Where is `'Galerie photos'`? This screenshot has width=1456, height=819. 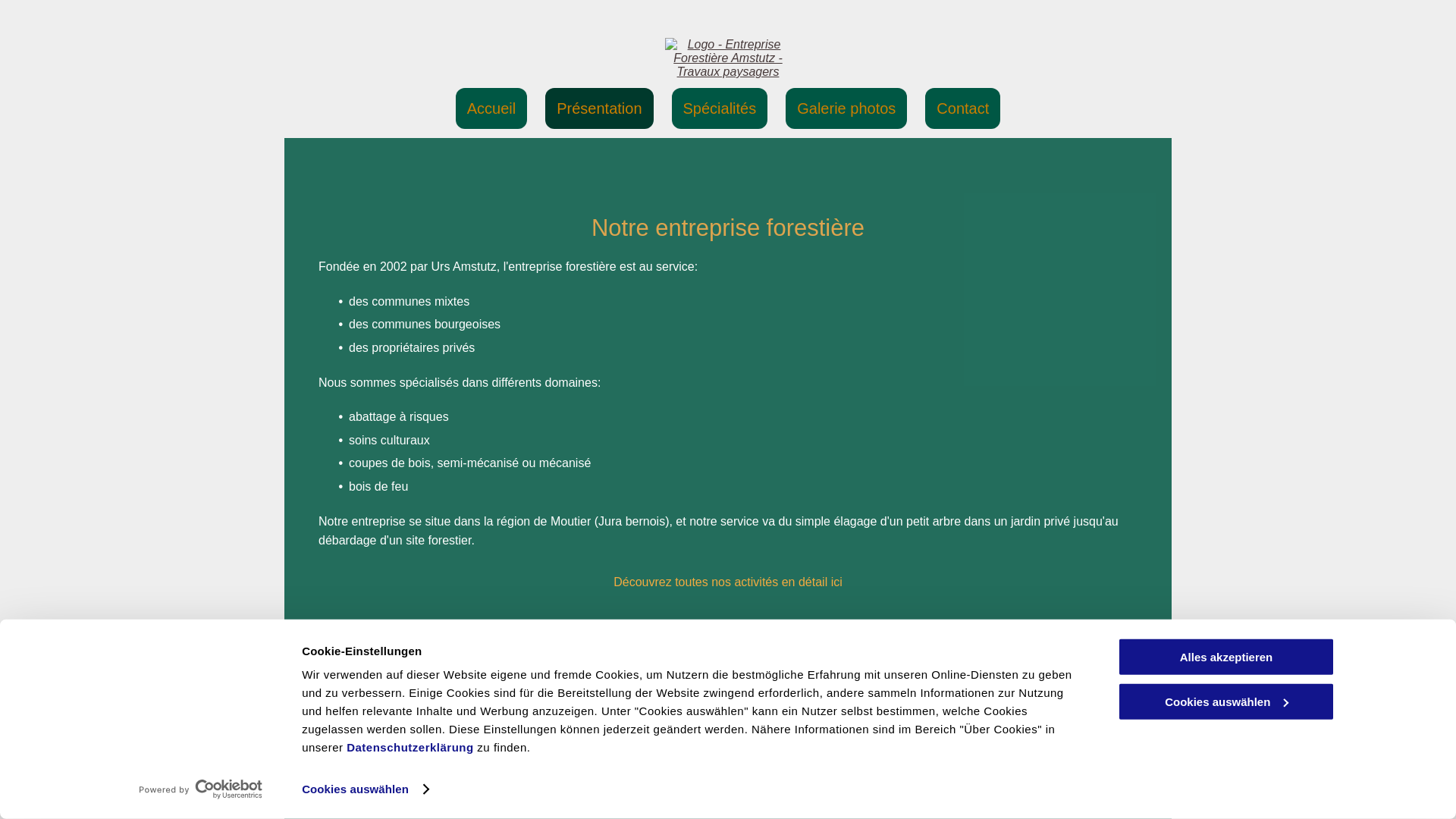 'Galerie photos' is located at coordinates (786, 107).